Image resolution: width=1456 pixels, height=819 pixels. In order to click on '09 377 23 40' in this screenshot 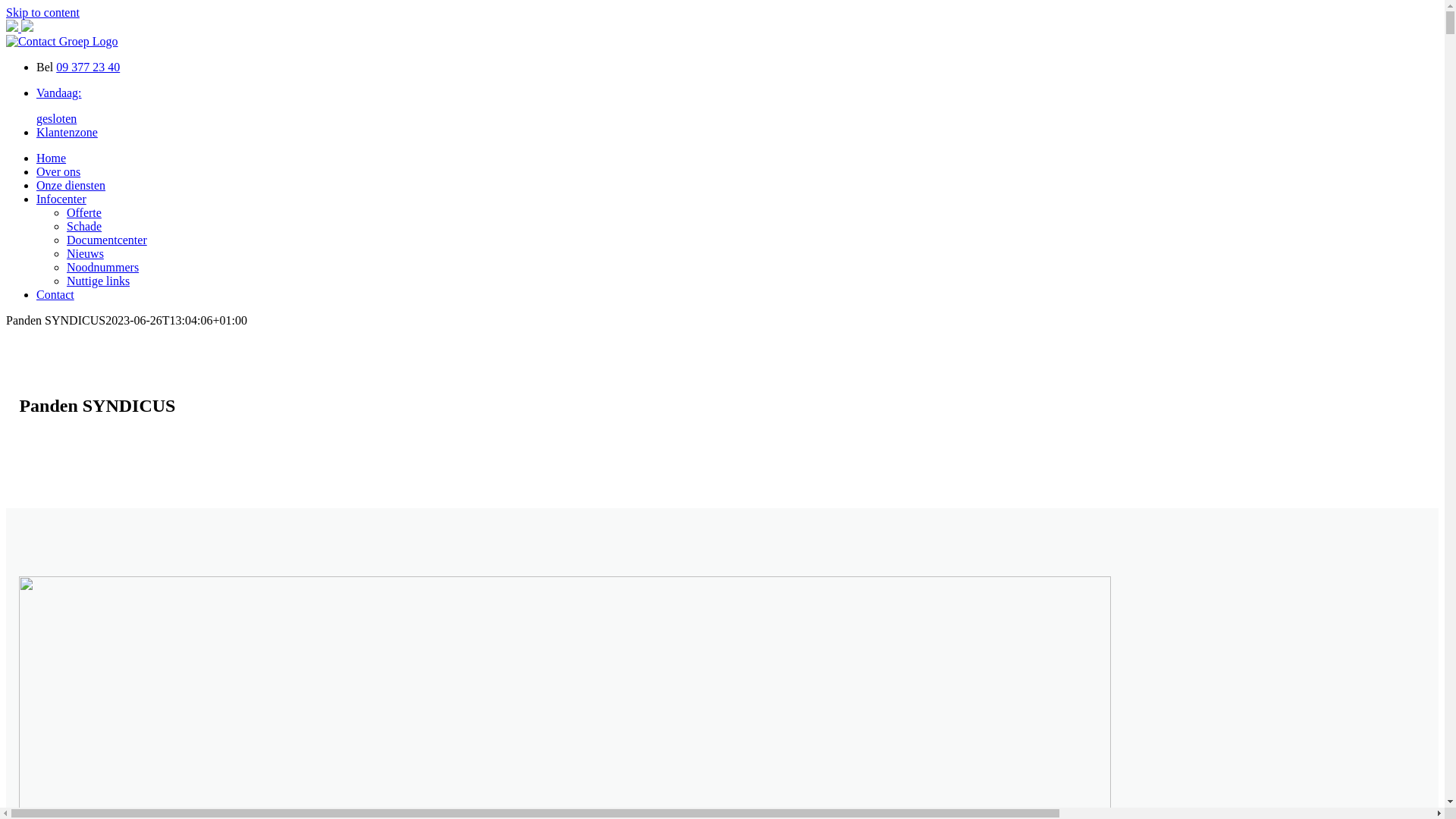, I will do `click(86, 66)`.